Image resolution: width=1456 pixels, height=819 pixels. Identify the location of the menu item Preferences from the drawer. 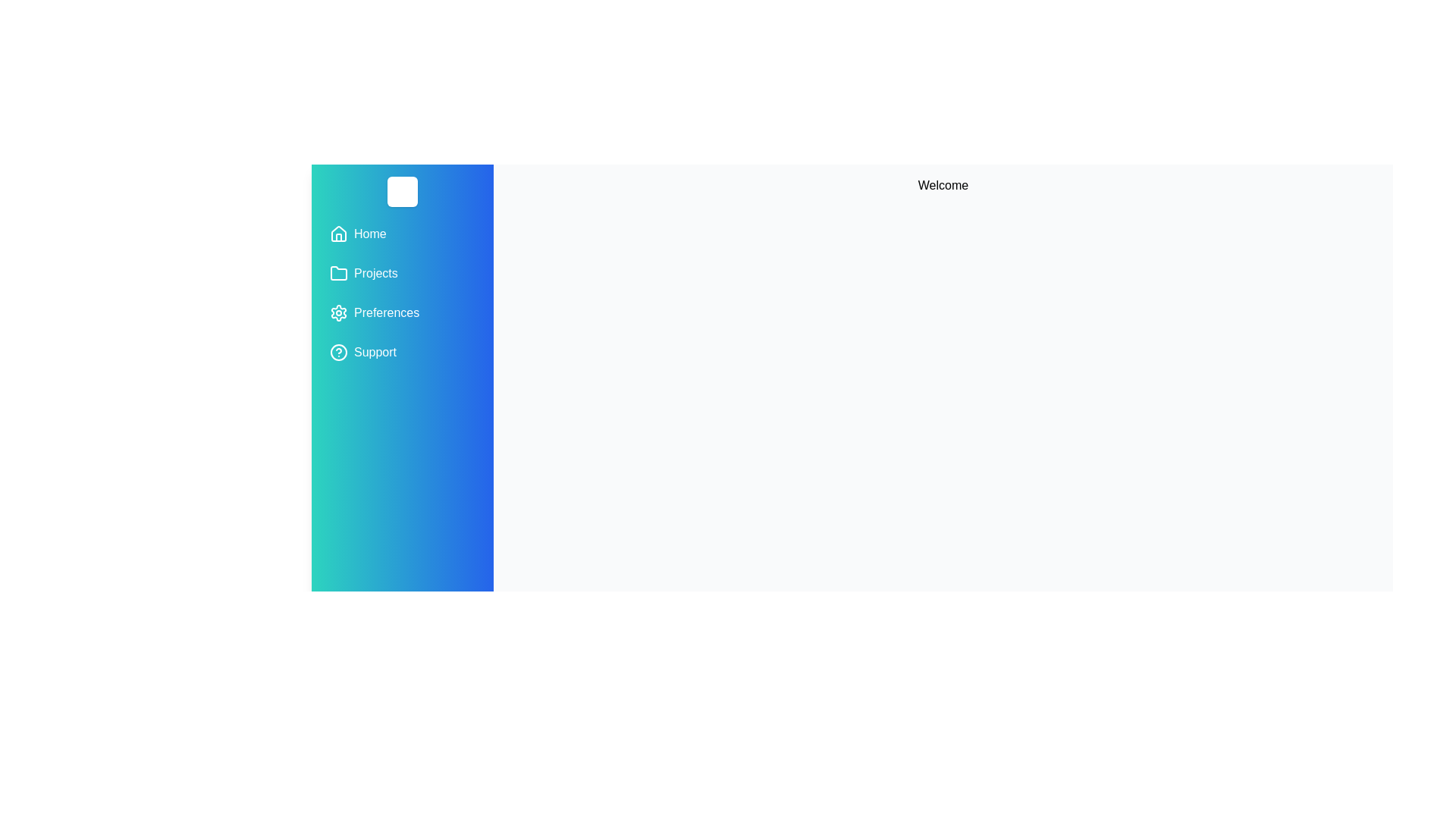
(403, 312).